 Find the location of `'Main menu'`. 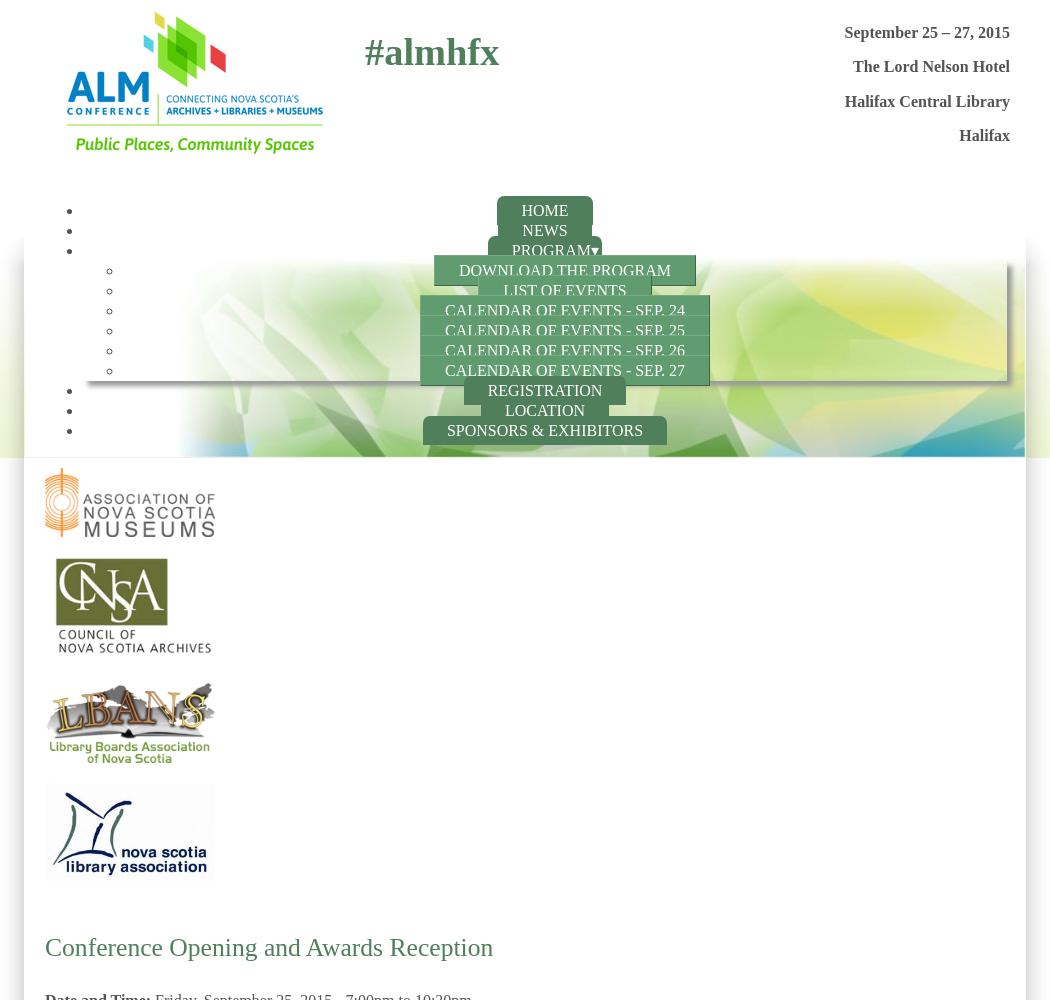

'Main menu' is located at coordinates (93, 221).